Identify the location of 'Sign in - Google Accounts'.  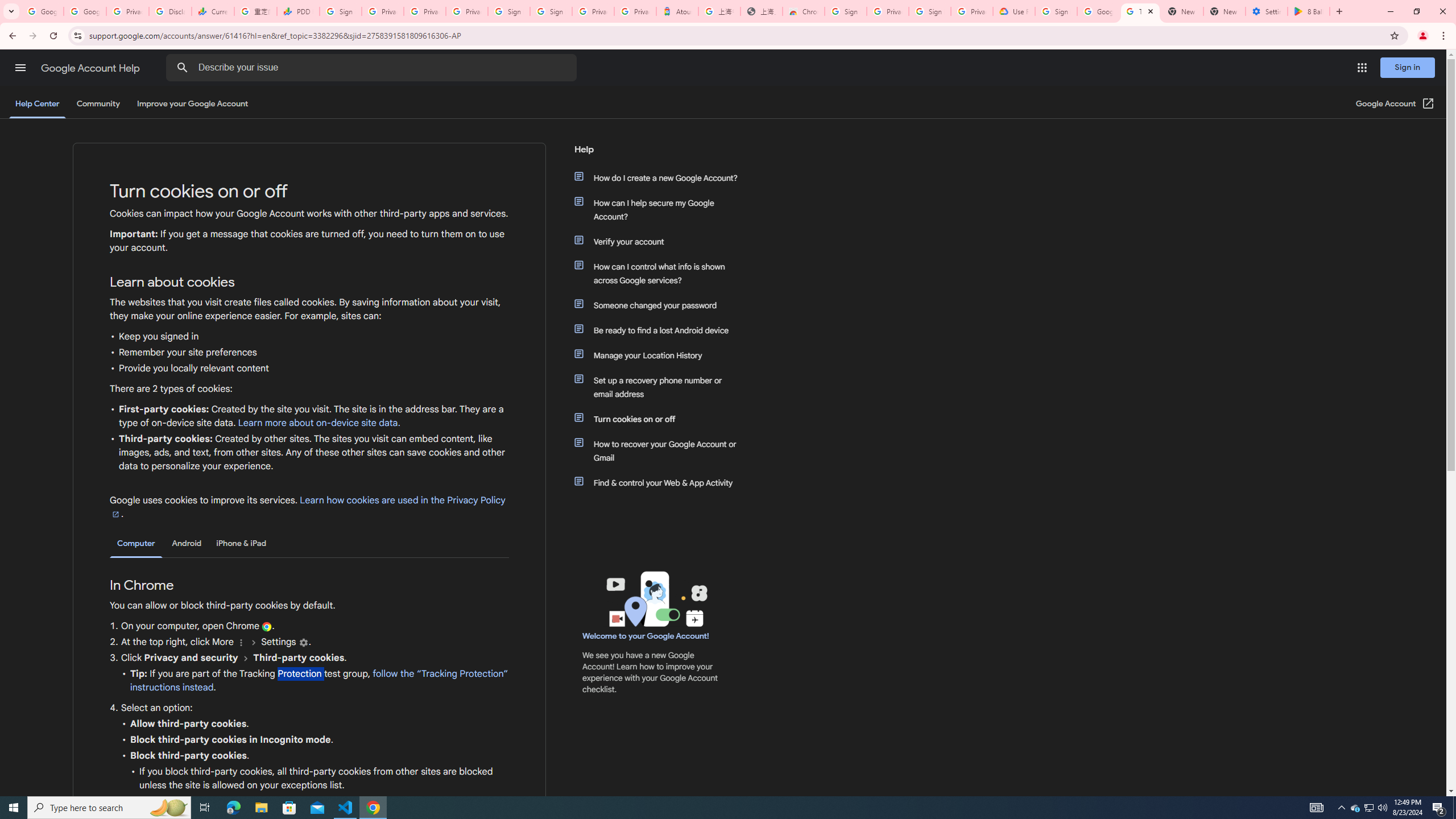
(1055, 11).